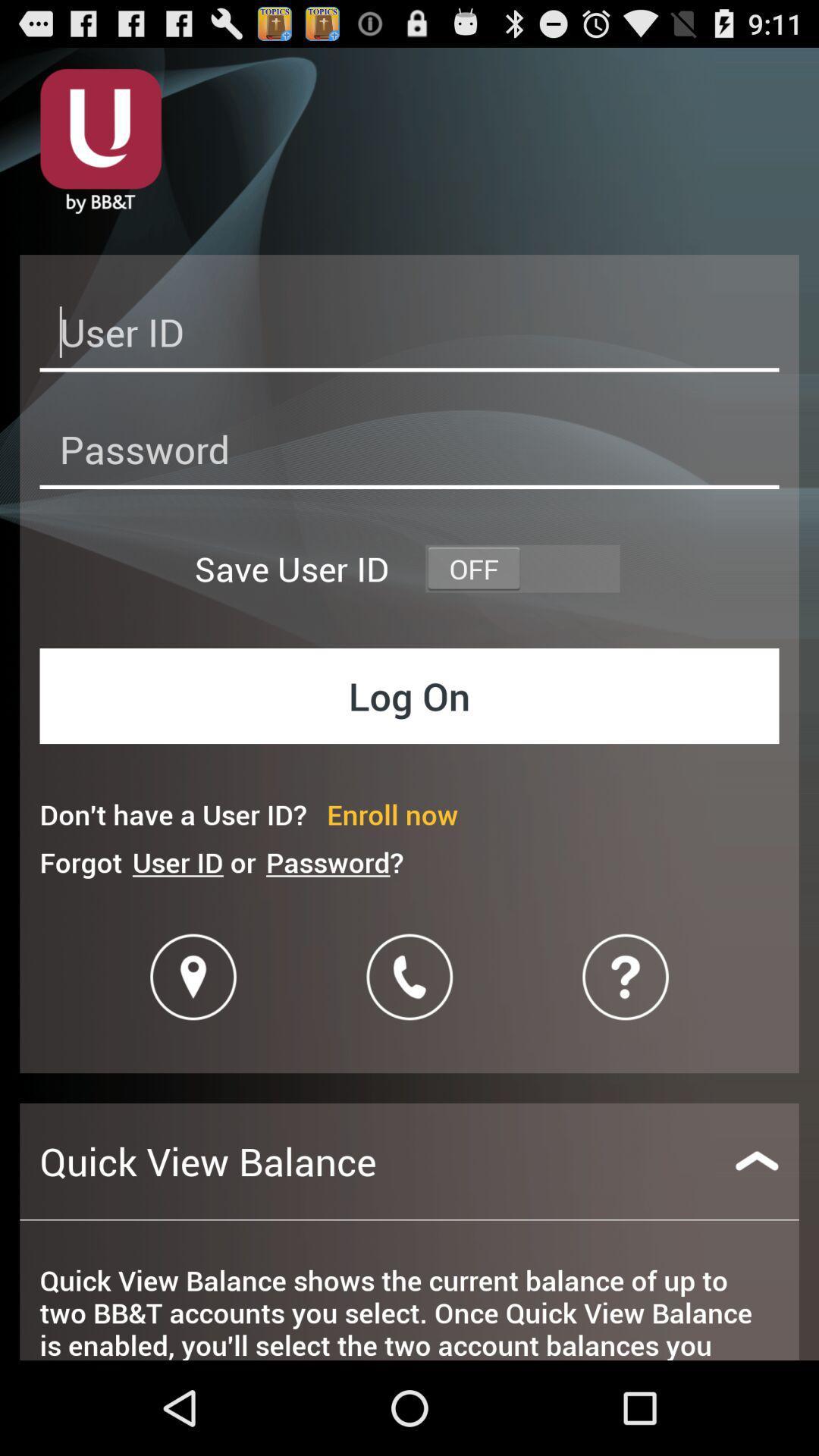 The image size is (819, 1456). Describe the element at coordinates (391, 814) in the screenshot. I see `icon below the log on item` at that location.